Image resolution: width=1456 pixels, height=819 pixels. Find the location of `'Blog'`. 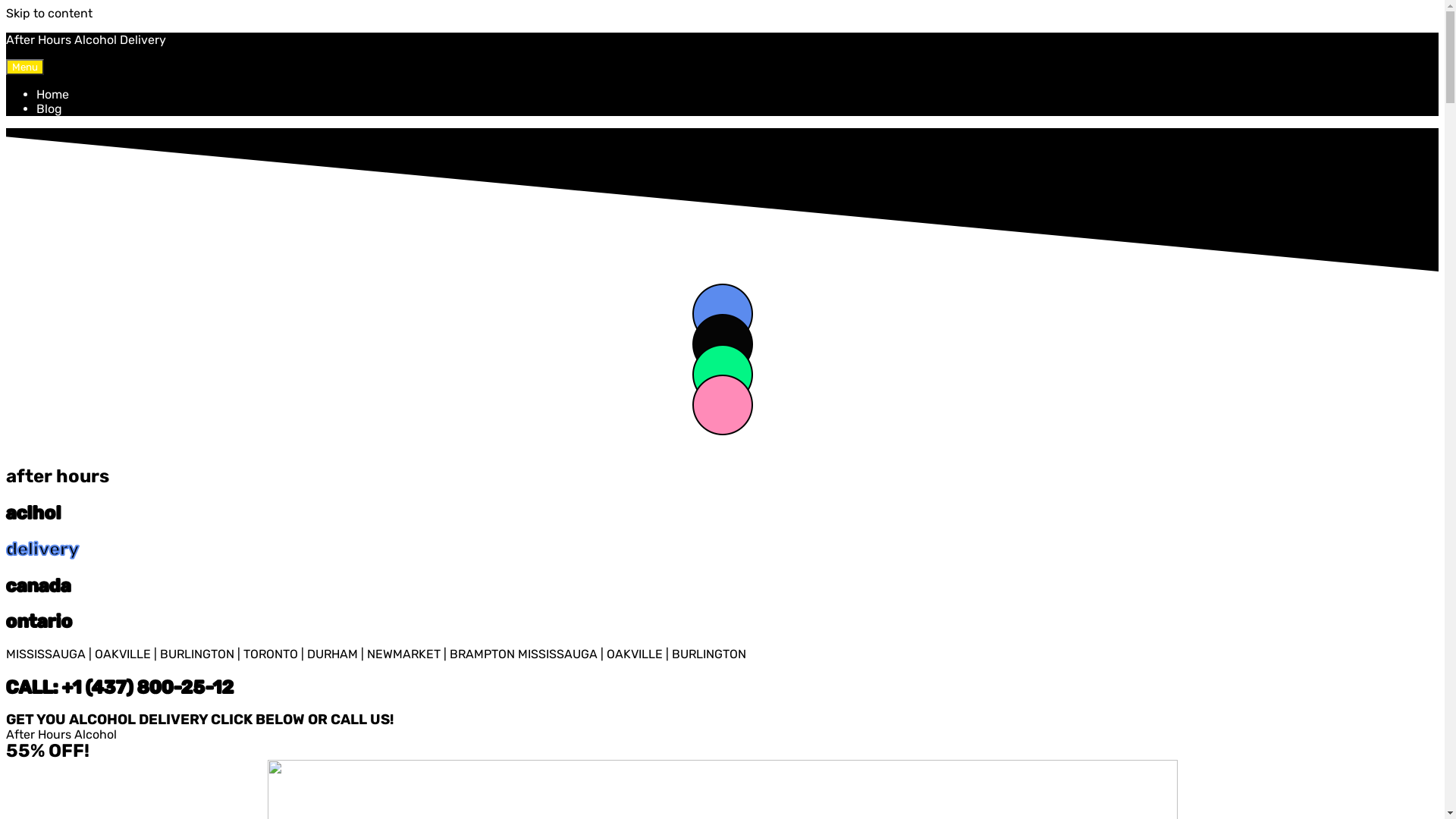

'Blog' is located at coordinates (49, 108).